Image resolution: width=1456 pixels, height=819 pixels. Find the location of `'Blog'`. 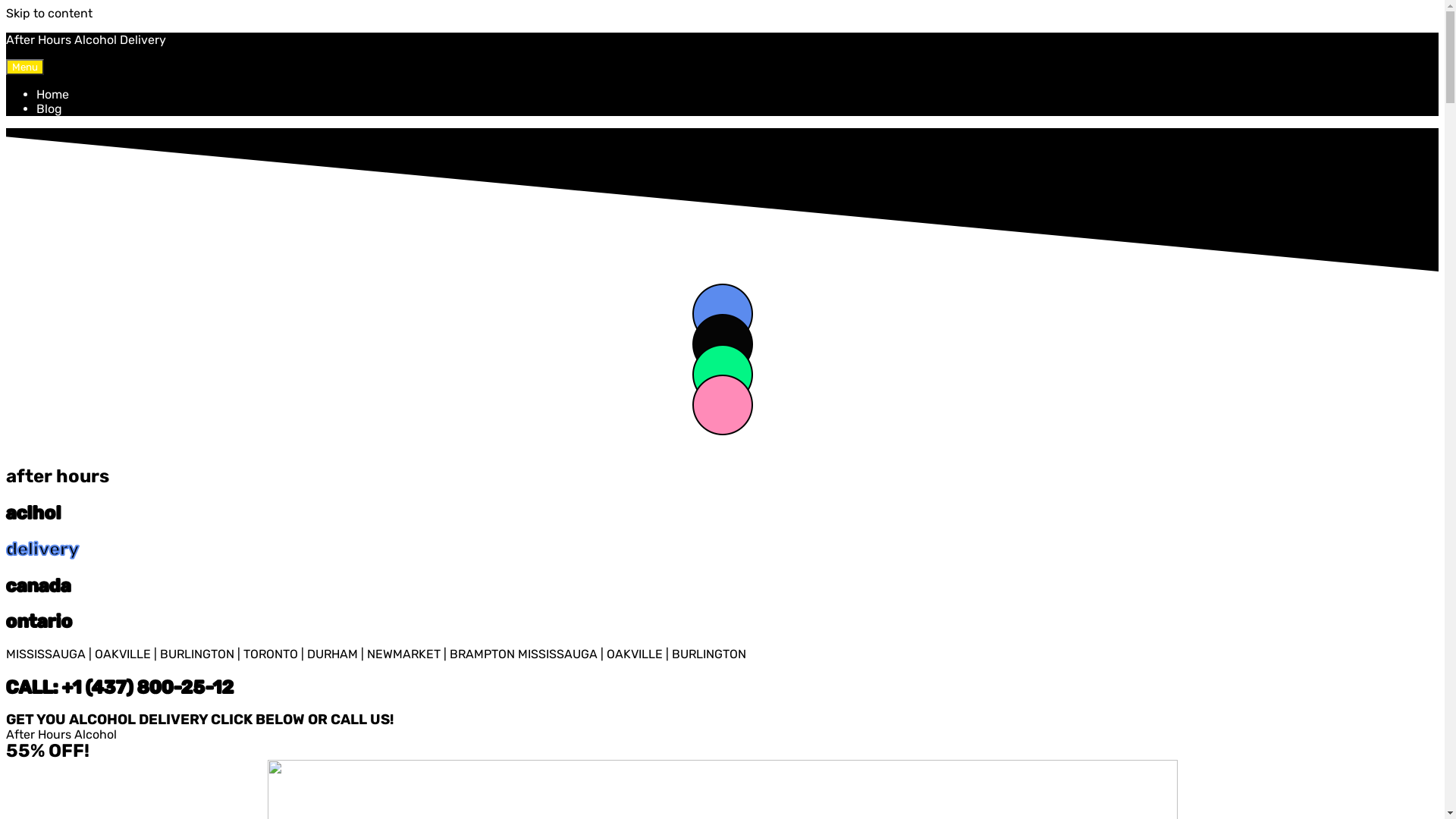

'Blog' is located at coordinates (49, 108).